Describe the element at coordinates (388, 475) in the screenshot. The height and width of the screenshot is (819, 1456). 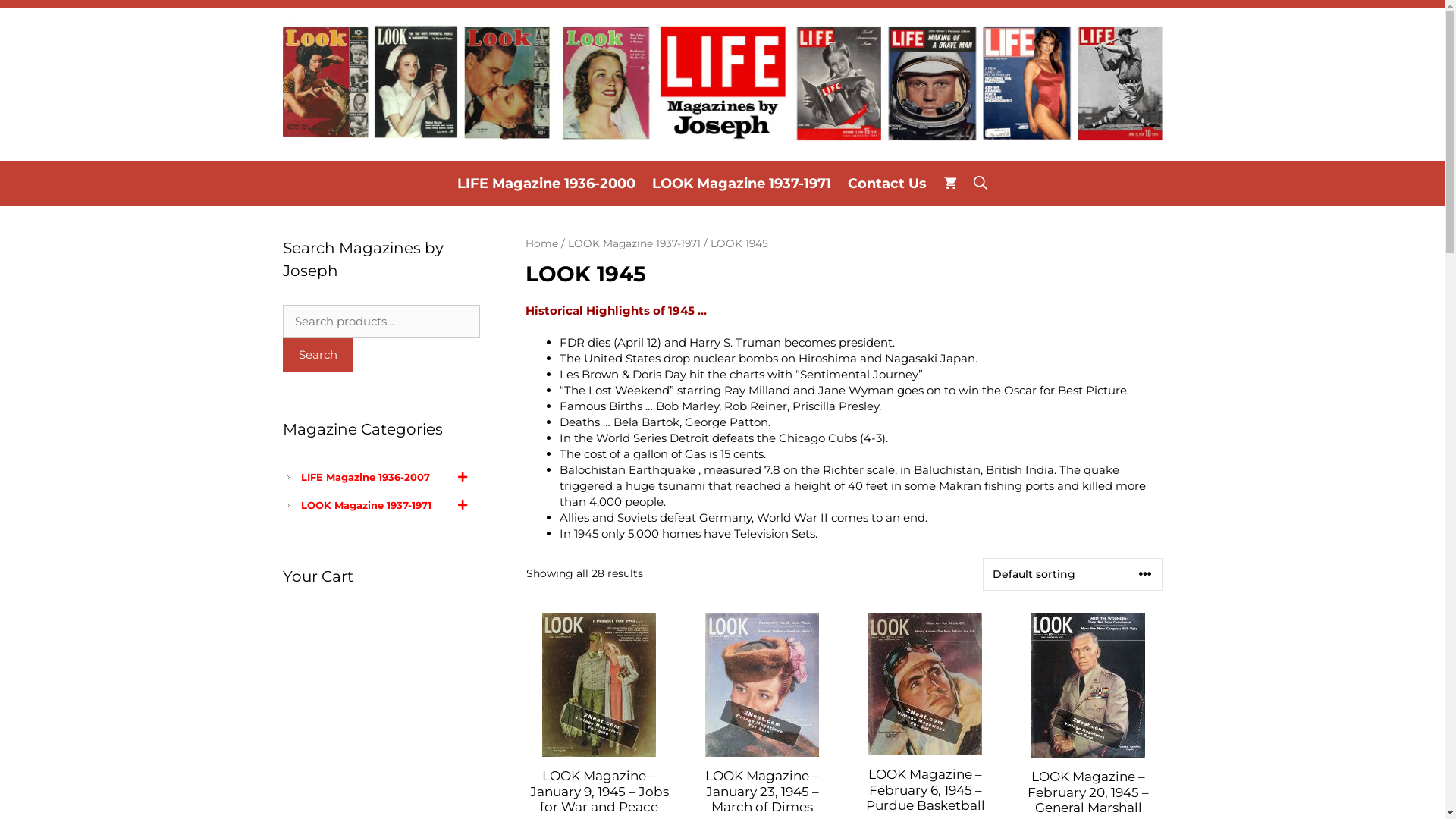
I see `'LIFE Magazine 1936-2007'` at that location.